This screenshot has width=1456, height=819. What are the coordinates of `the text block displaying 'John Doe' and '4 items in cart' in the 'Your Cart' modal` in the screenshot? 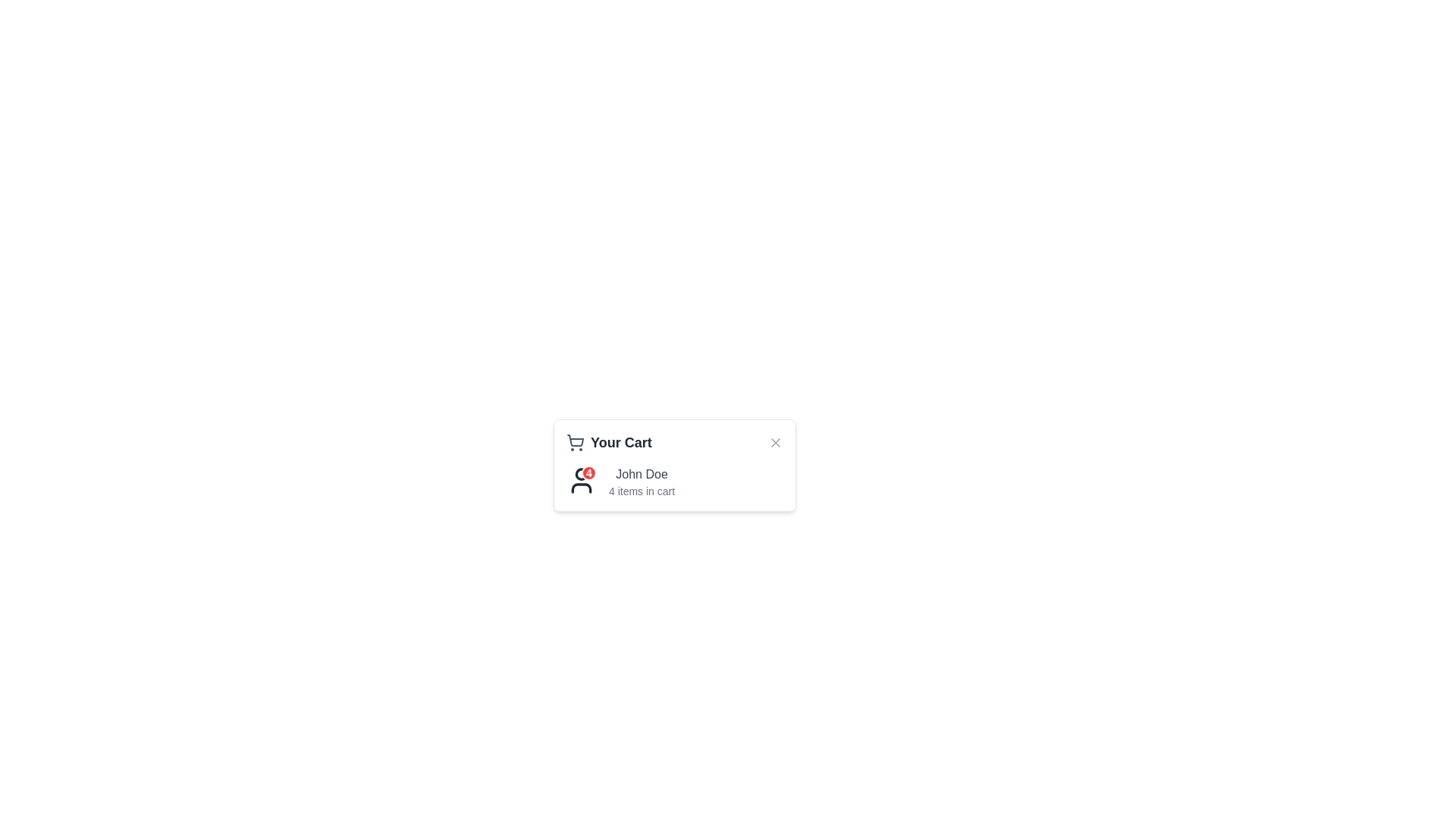 It's located at (642, 482).